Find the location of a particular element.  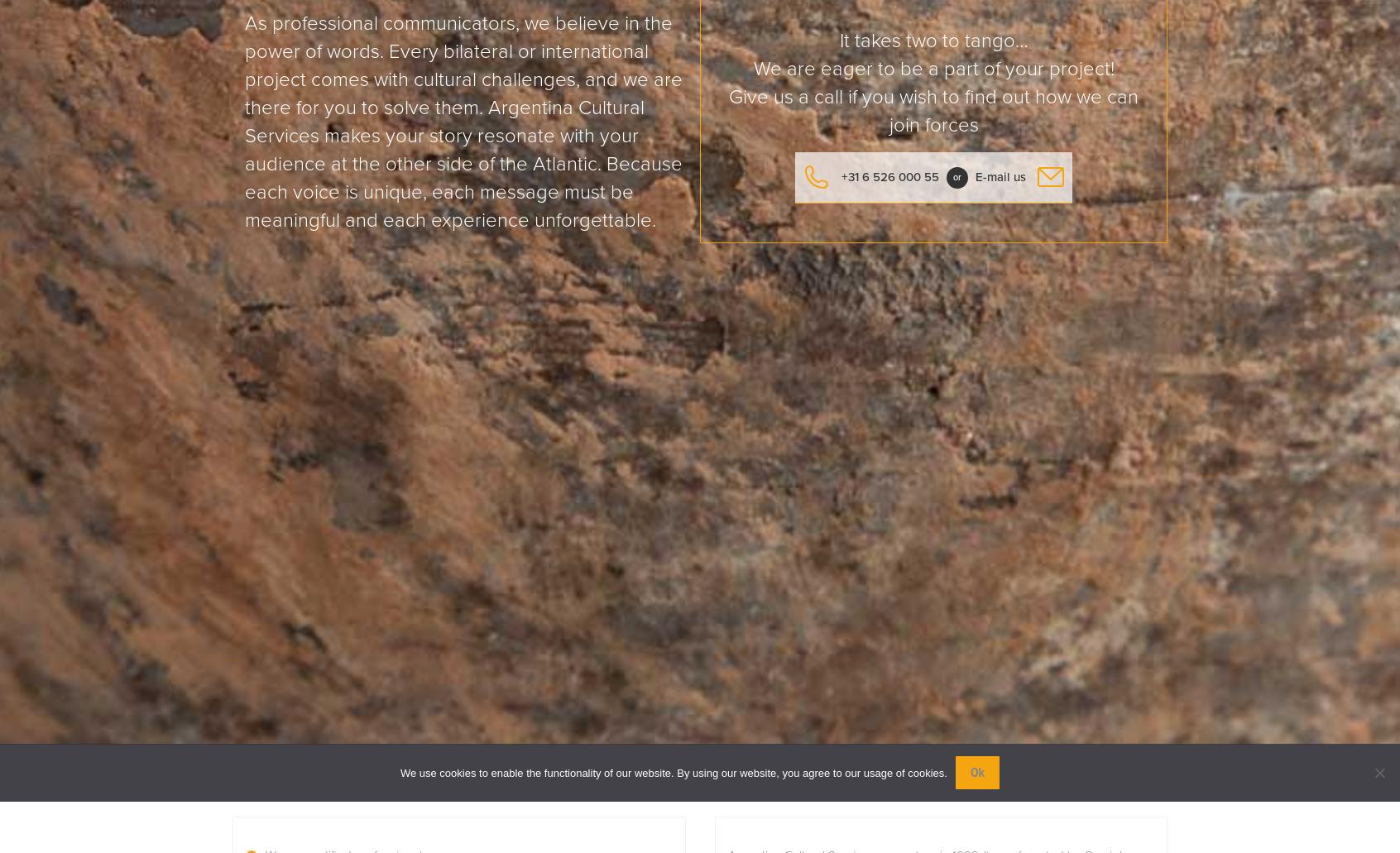

'The Netherlands' is located at coordinates (603, 518).